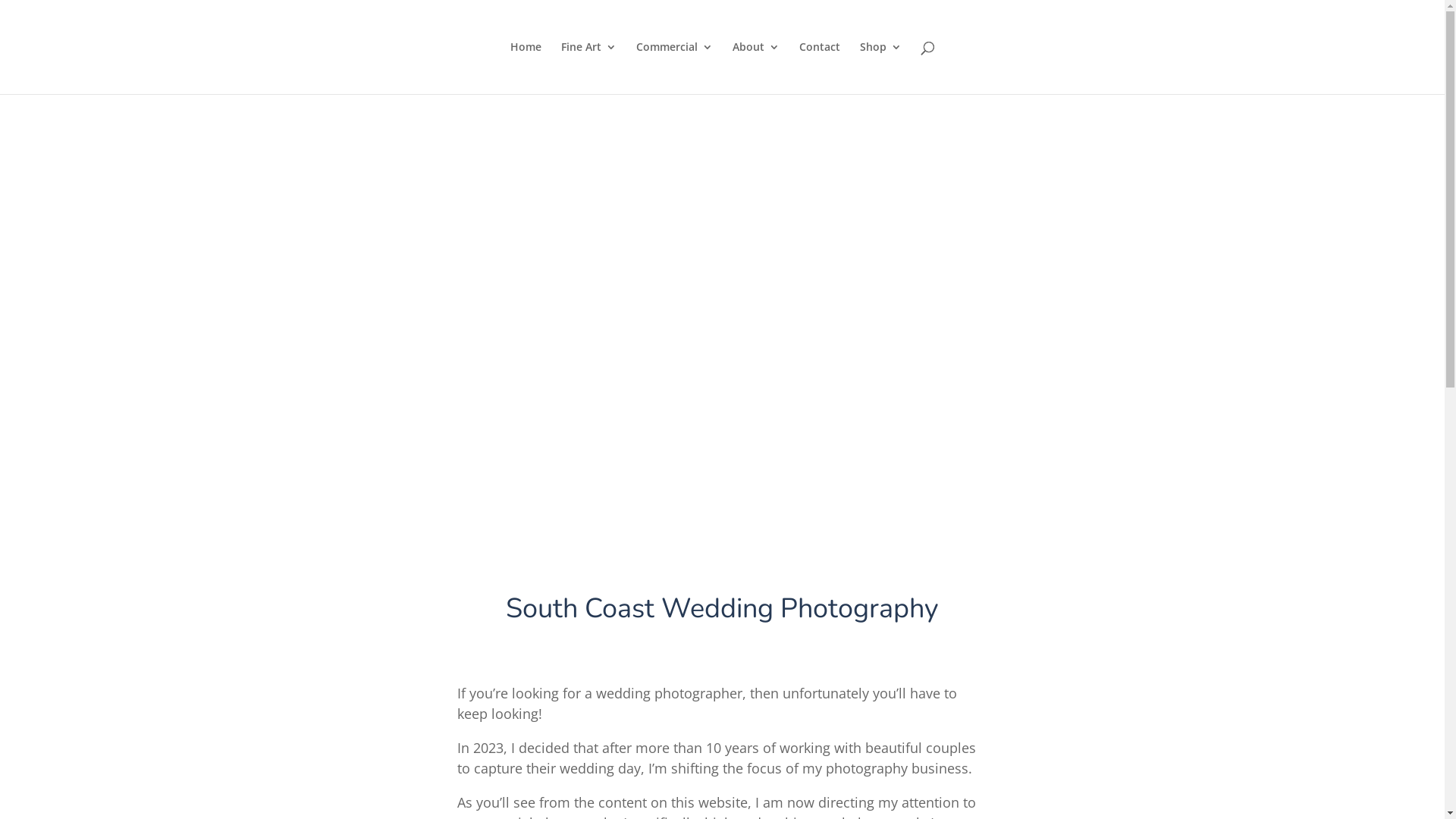 Image resolution: width=1456 pixels, height=819 pixels. Describe the element at coordinates (880, 67) in the screenshot. I see `'Shop'` at that location.